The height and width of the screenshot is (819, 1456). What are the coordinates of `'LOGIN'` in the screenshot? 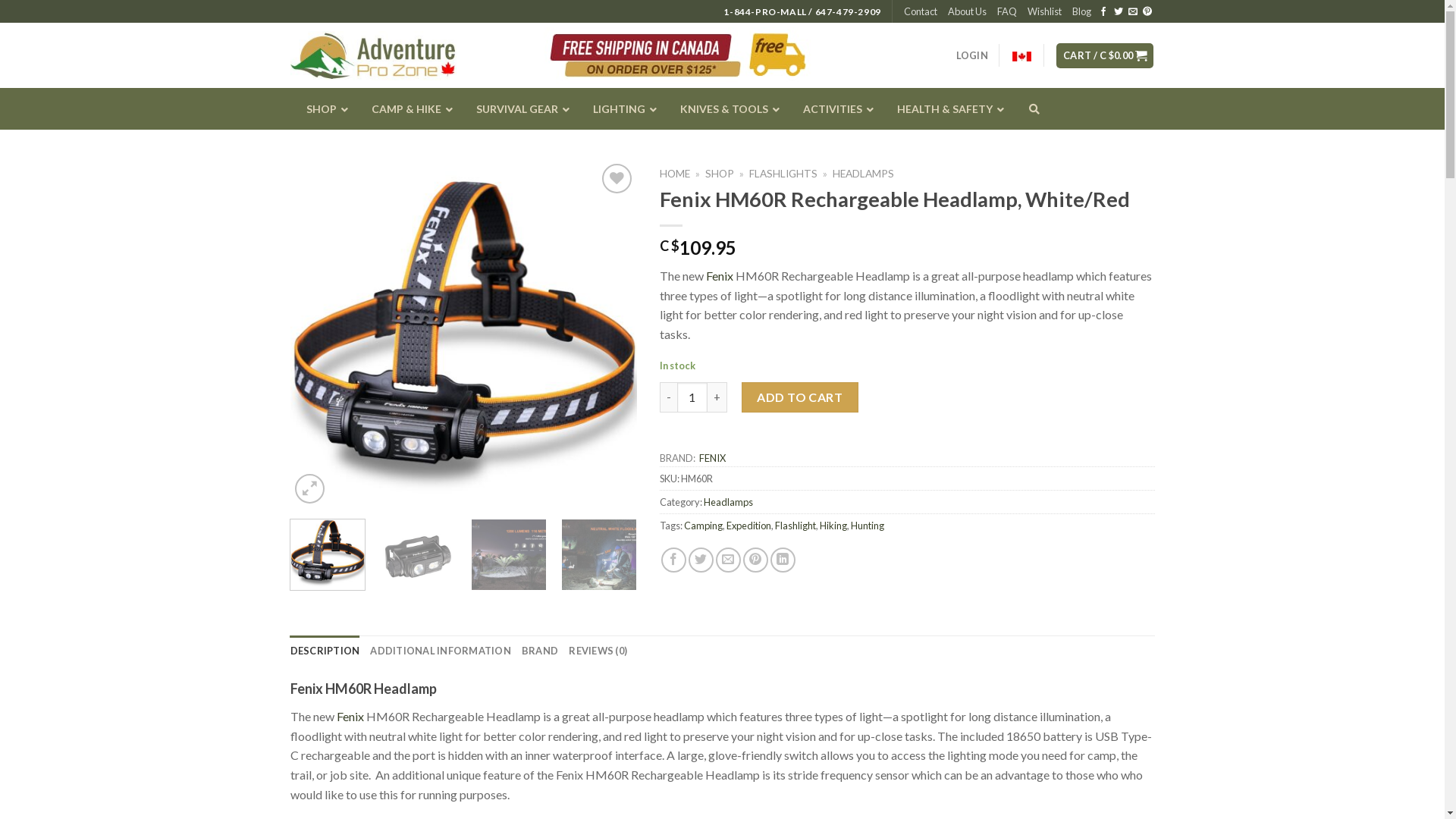 It's located at (955, 55).